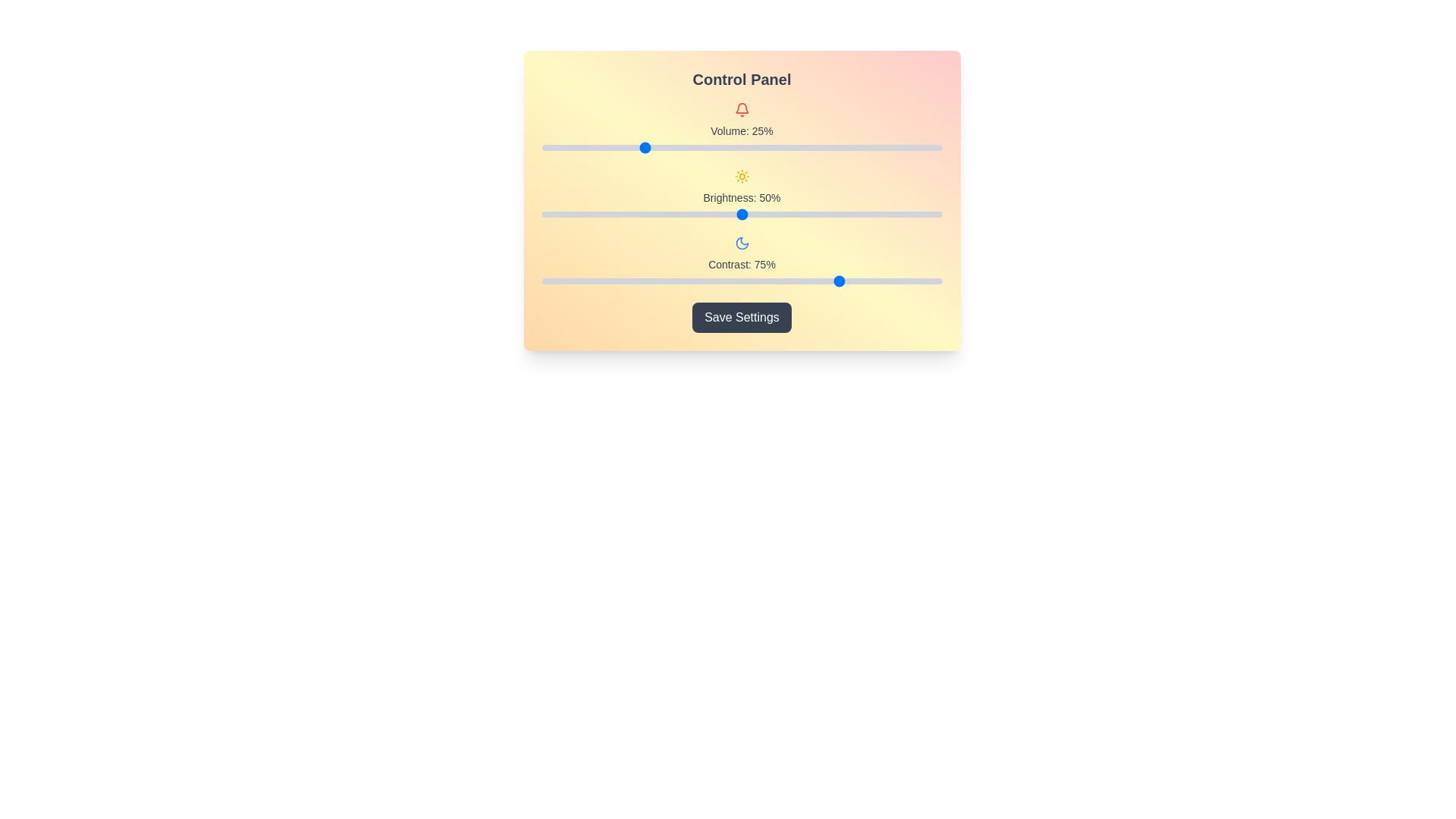 Image resolution: width=1456 pixels, height=819 pixels. What do you see at coordinates (733, 214) in the screenshot?
I see `brightness` at bounding box center [733, 214].